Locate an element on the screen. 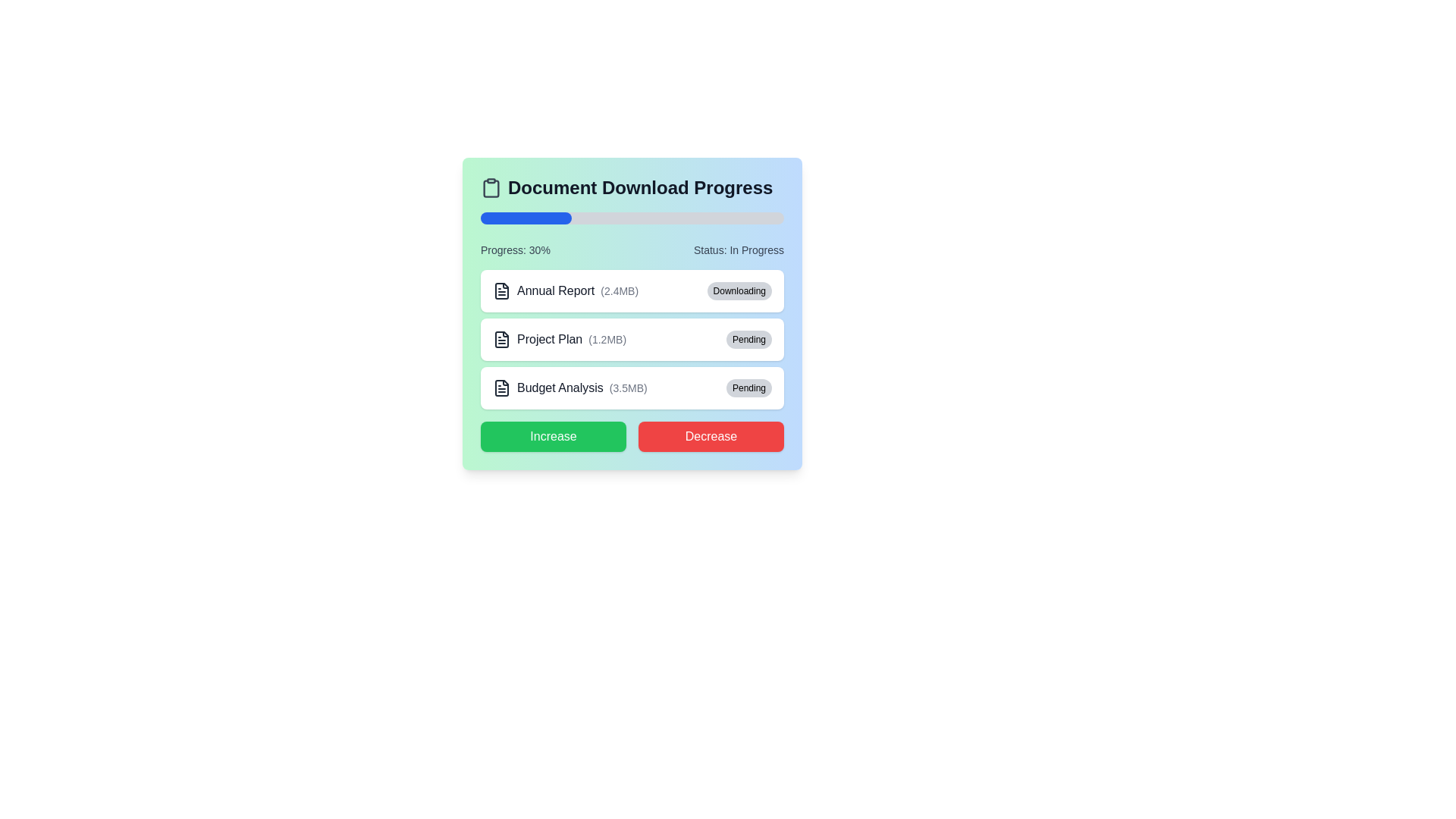 The image size is (1456, 819). the progress bar indicating 30% completion in the 'Document Download Progress' section is located at coordinates (632, 218).